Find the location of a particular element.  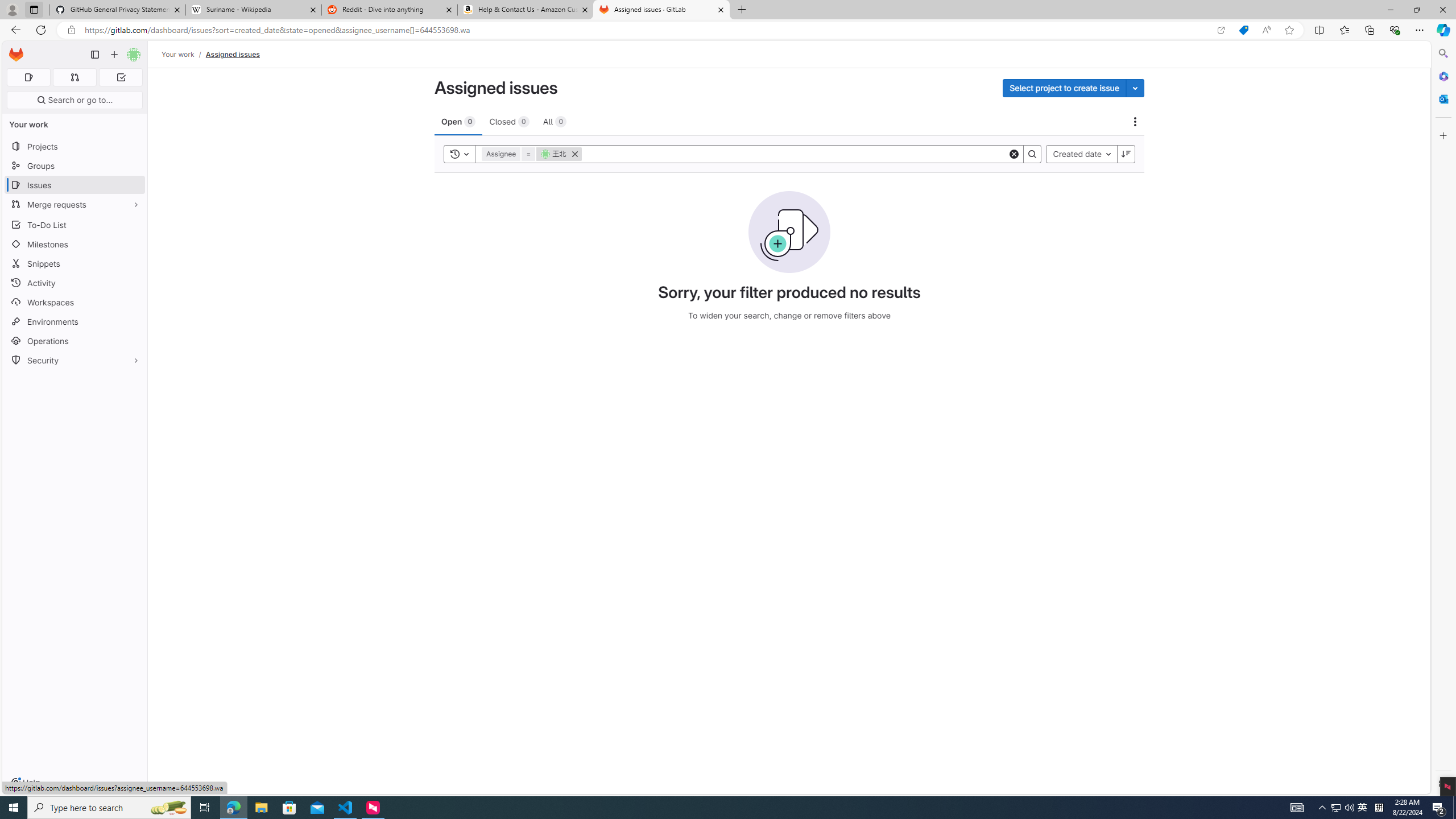

'Open in app' is located at coordinates (1220, 30).